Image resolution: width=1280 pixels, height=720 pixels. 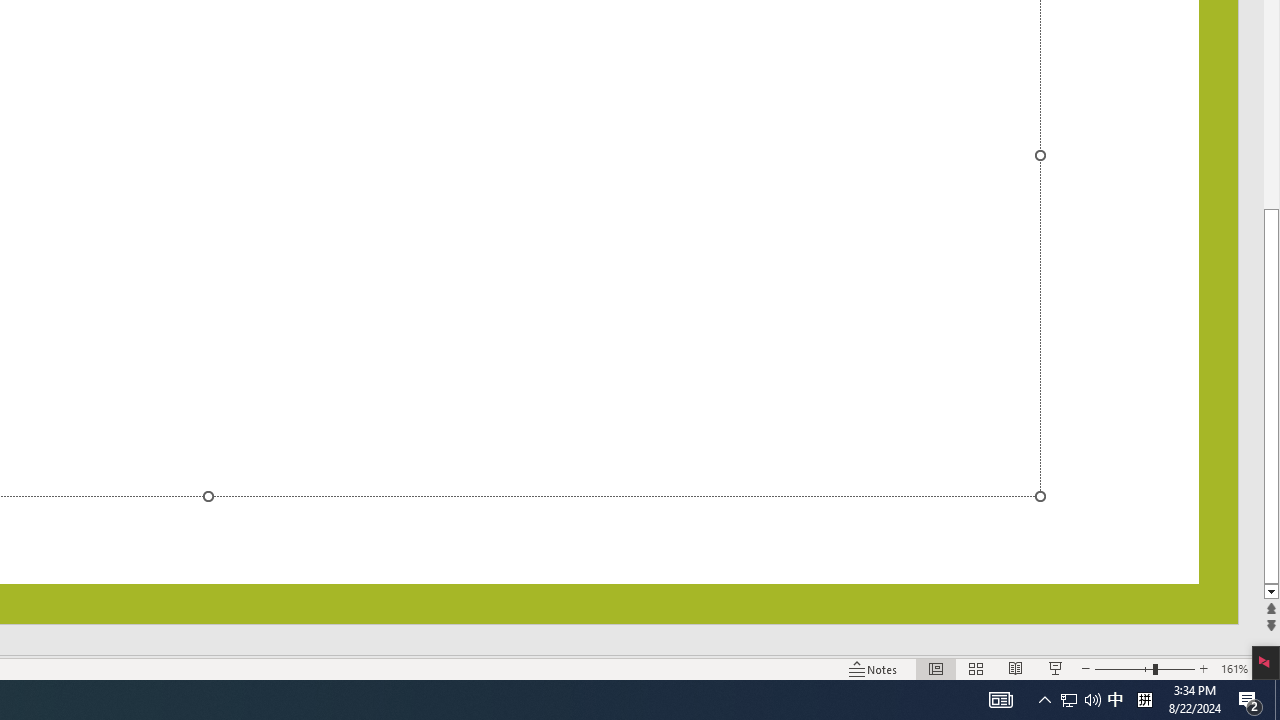 I want to click on 'Zoom 161%', so click(x=1233, y=669).